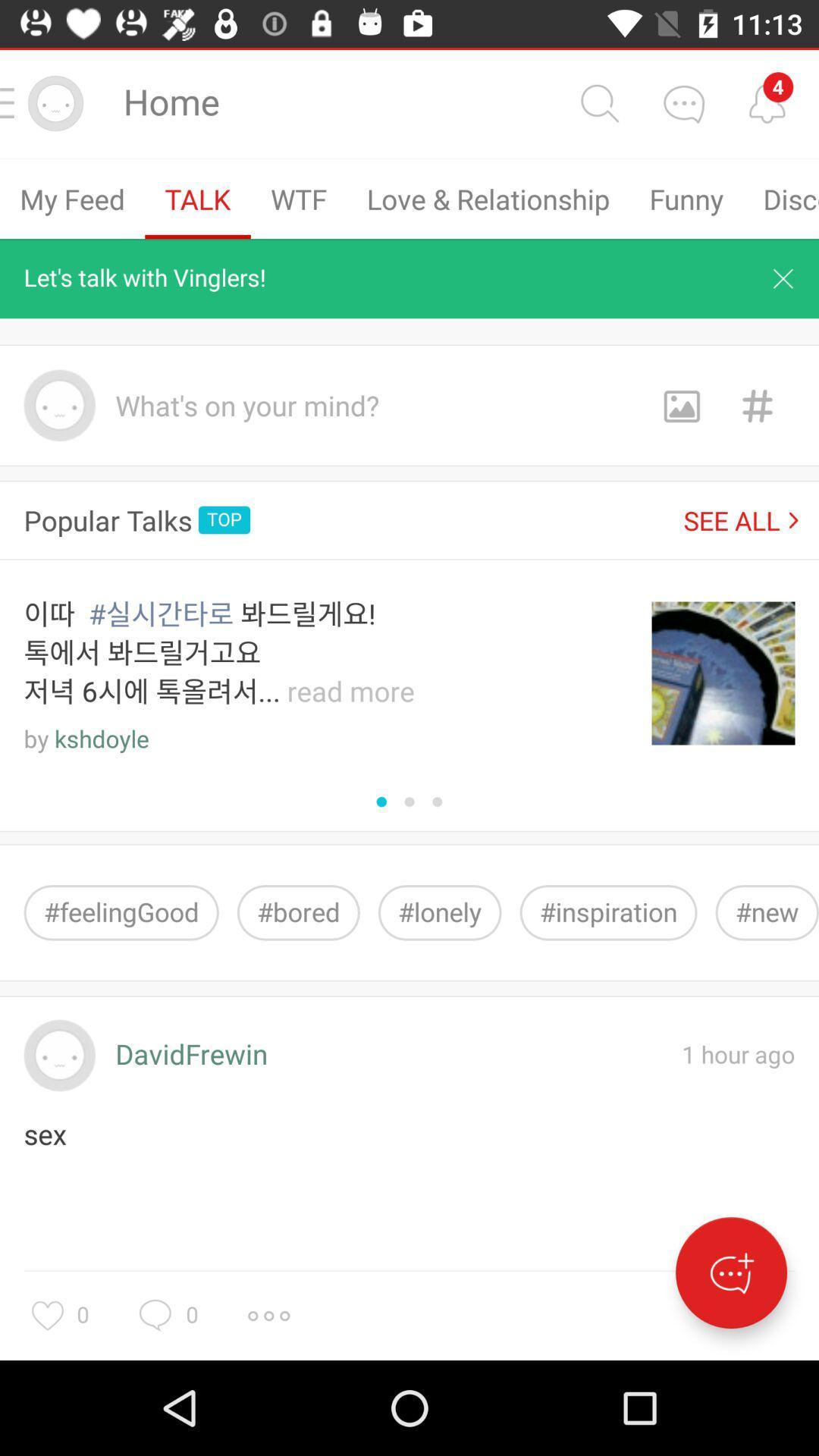  What do you see at coordinates (598, 102) in the screenshot?
I see `the search icon` at bounding box center [598, 102].